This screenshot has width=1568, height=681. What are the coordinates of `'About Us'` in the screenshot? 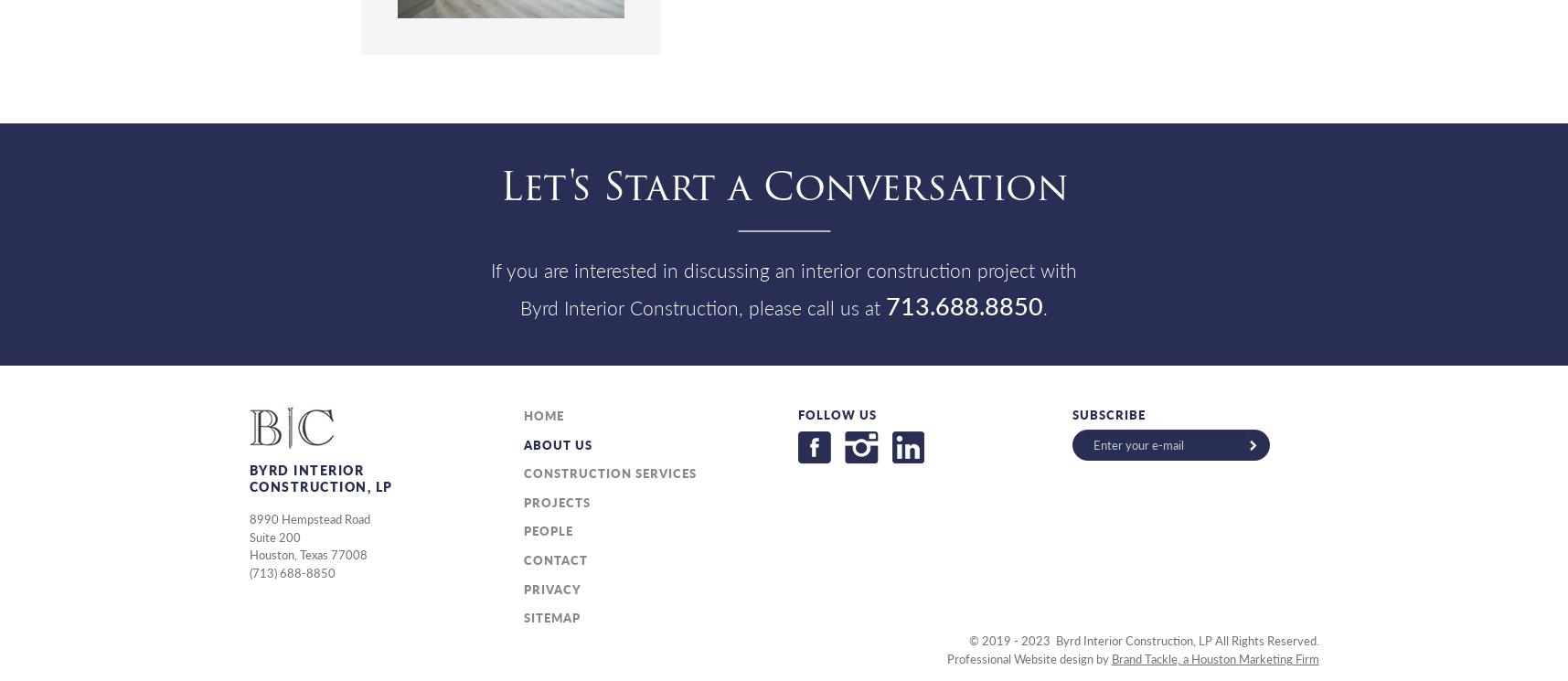 It's located at (521, 443).